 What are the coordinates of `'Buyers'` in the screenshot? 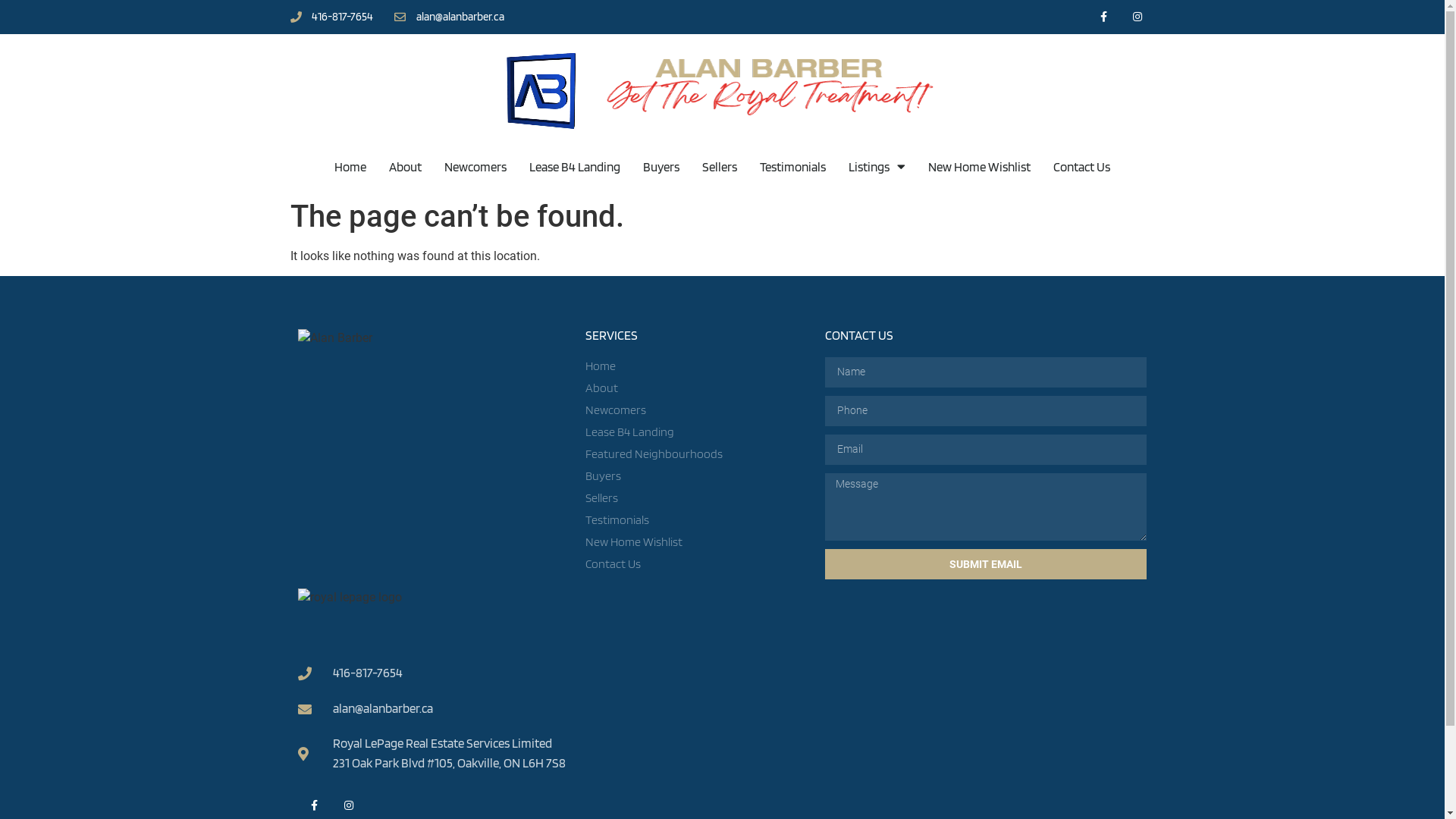 It's located at (661, 166).